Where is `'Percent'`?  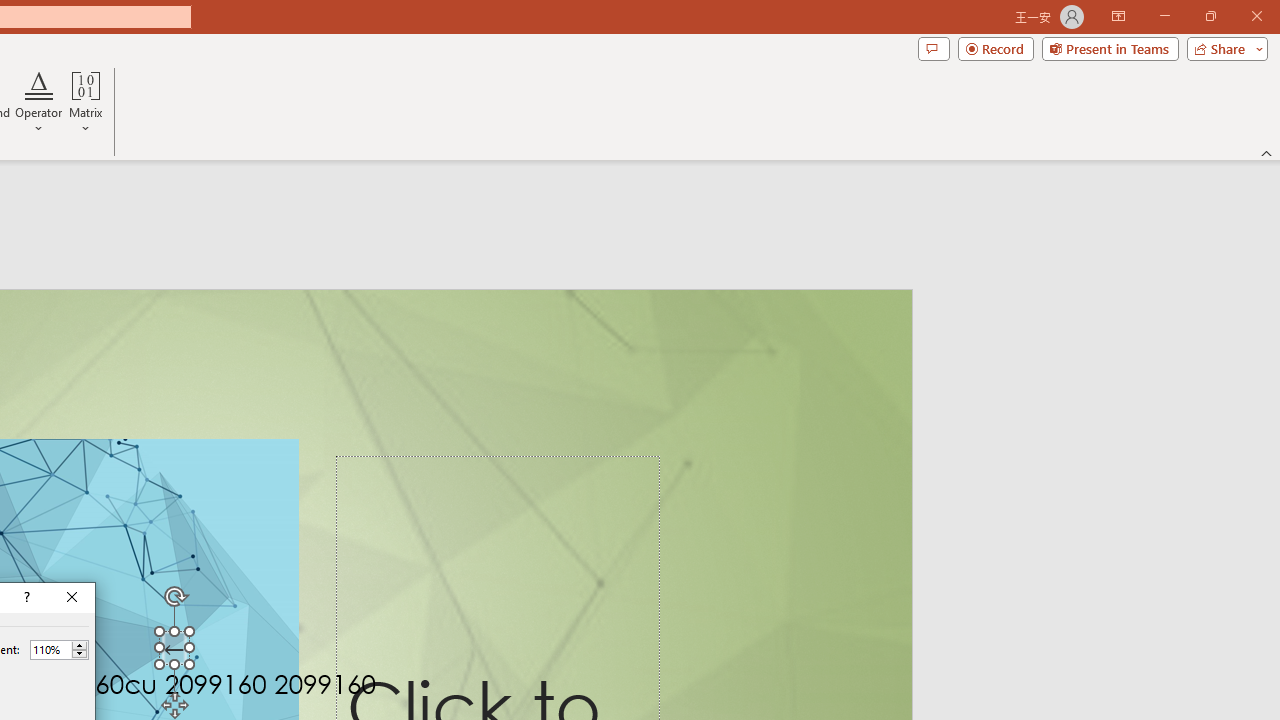 'Percent' is located at coordinates (59, 650).